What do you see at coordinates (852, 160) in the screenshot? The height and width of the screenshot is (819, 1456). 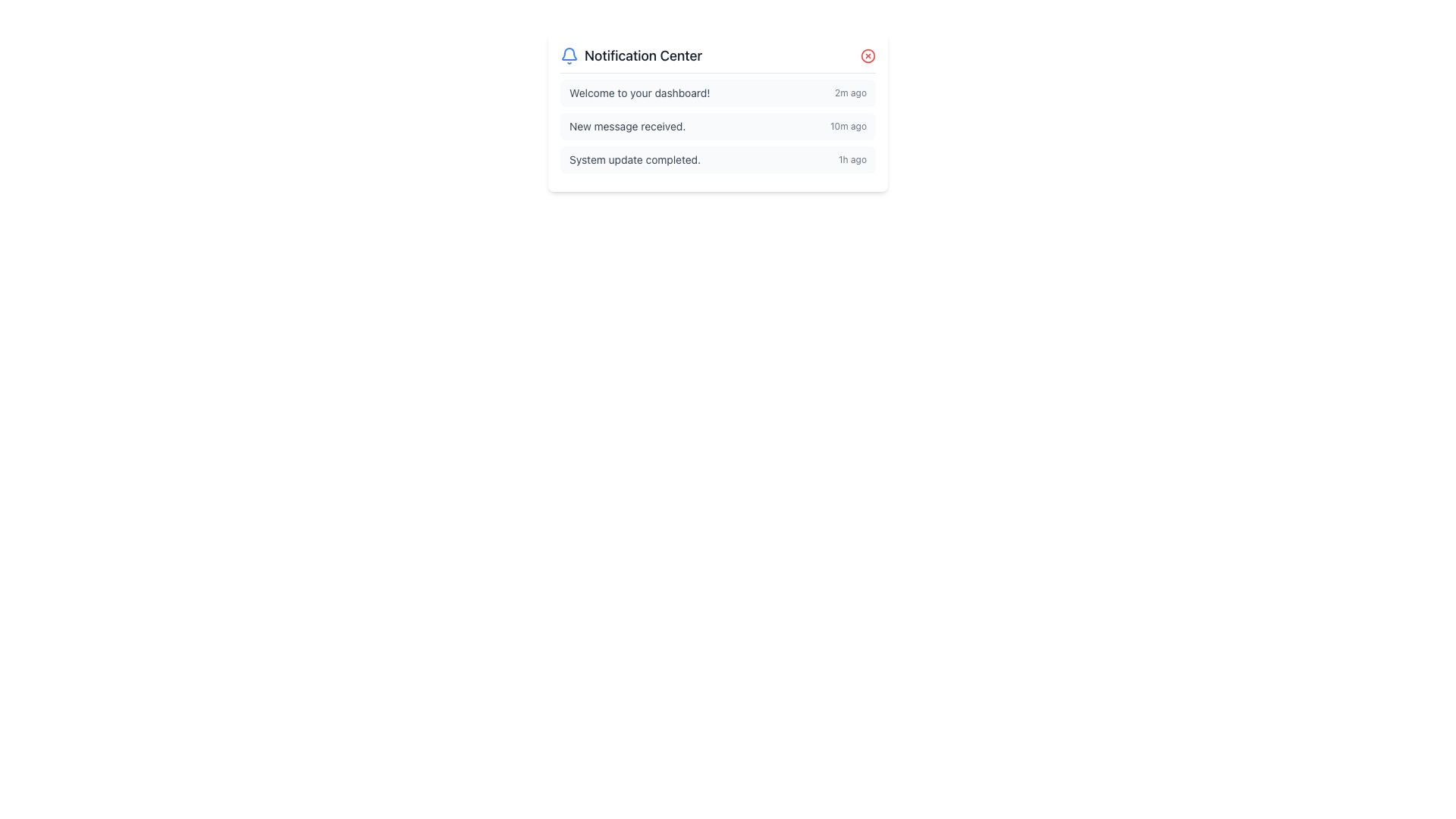 I see `the small light gray text label displaying '1h ago', which is positioned in the lower-right section of the notification message indicating 'System update completed.'` at bounding box center [852, 160].